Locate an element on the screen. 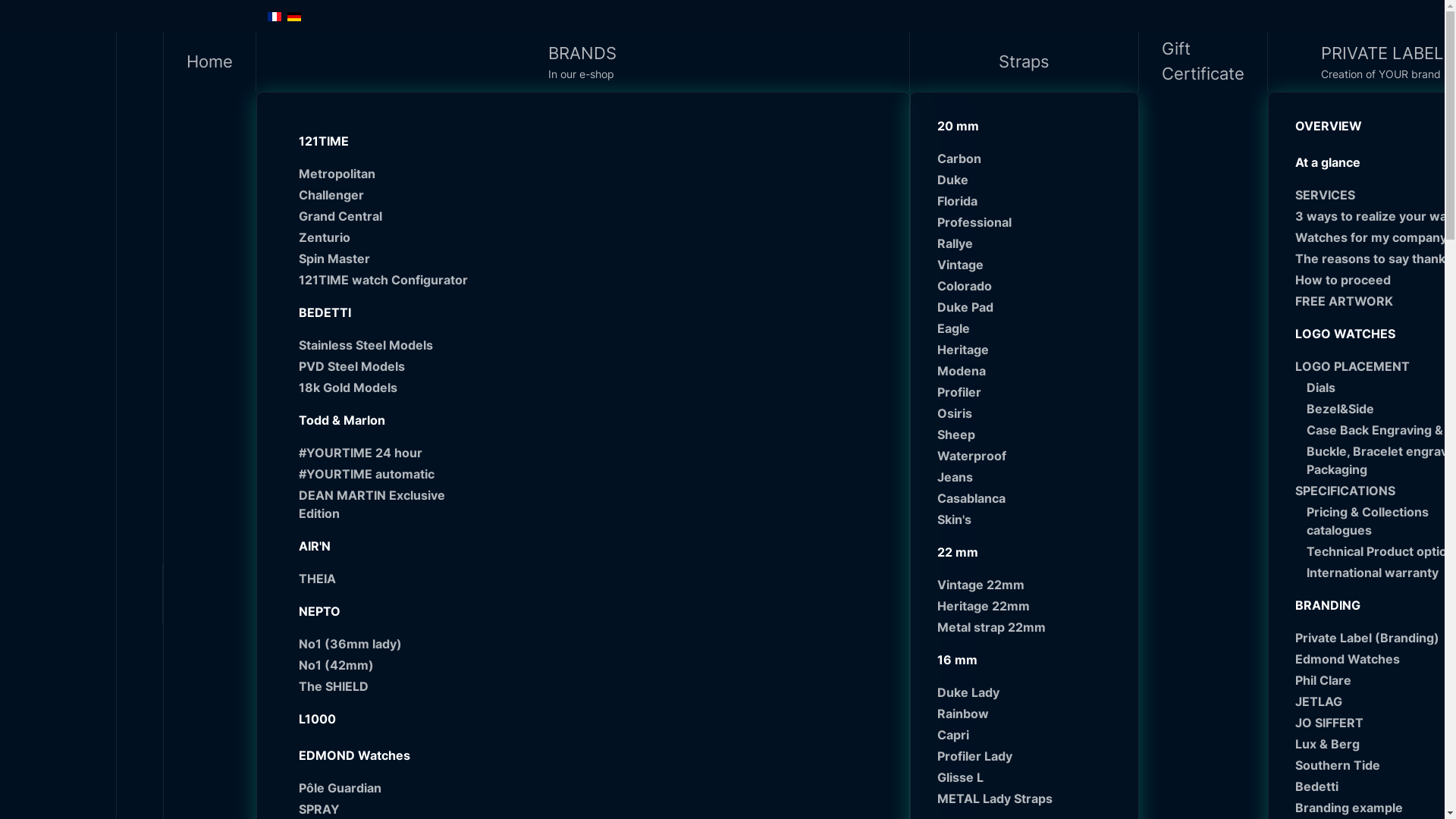  'No1 (42mm)' is located at coordinates (384, 664).